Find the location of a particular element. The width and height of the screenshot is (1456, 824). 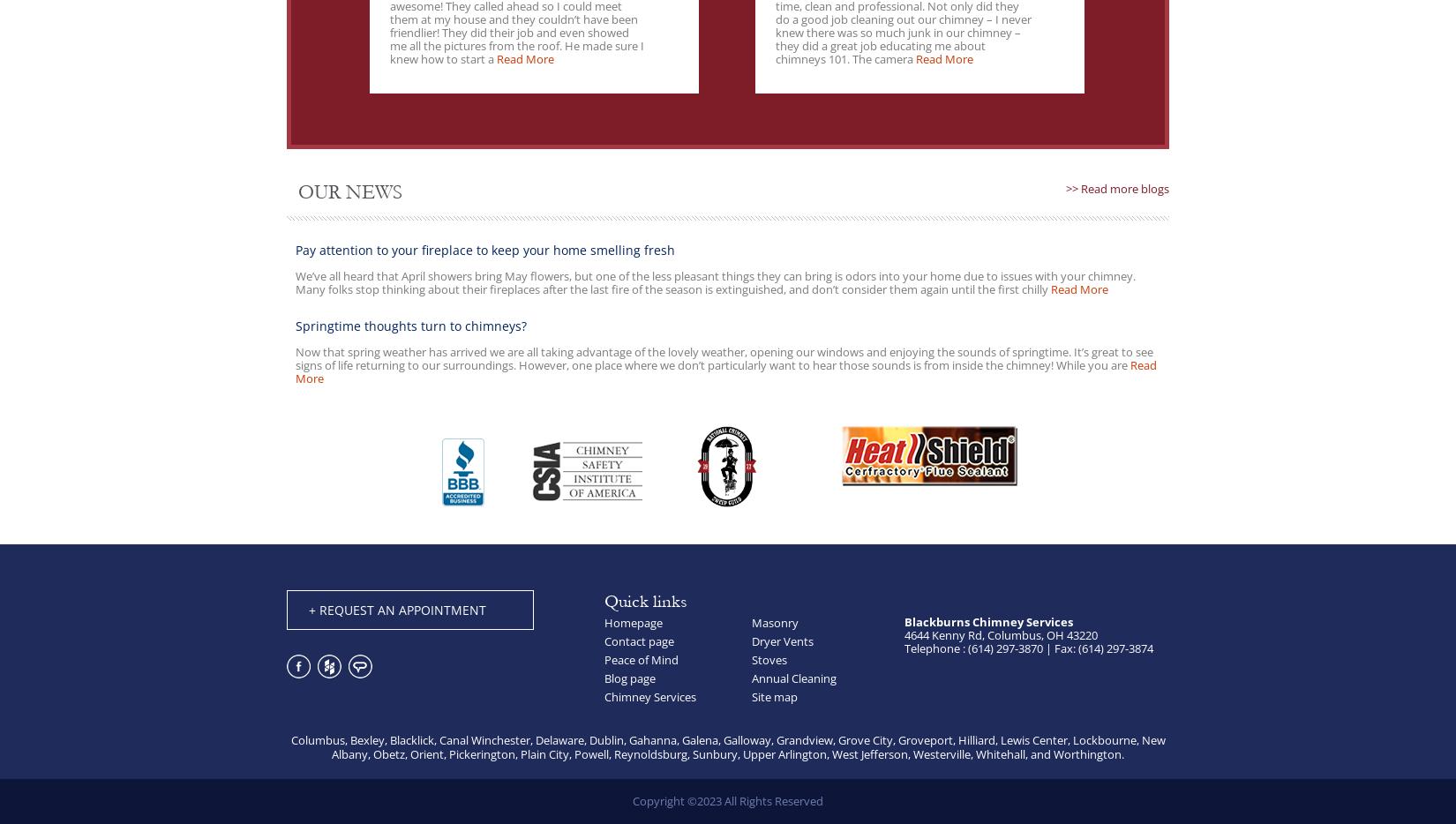

'Copyright ©2023 All Rights Reserved' is located at coordinates (728, 801).